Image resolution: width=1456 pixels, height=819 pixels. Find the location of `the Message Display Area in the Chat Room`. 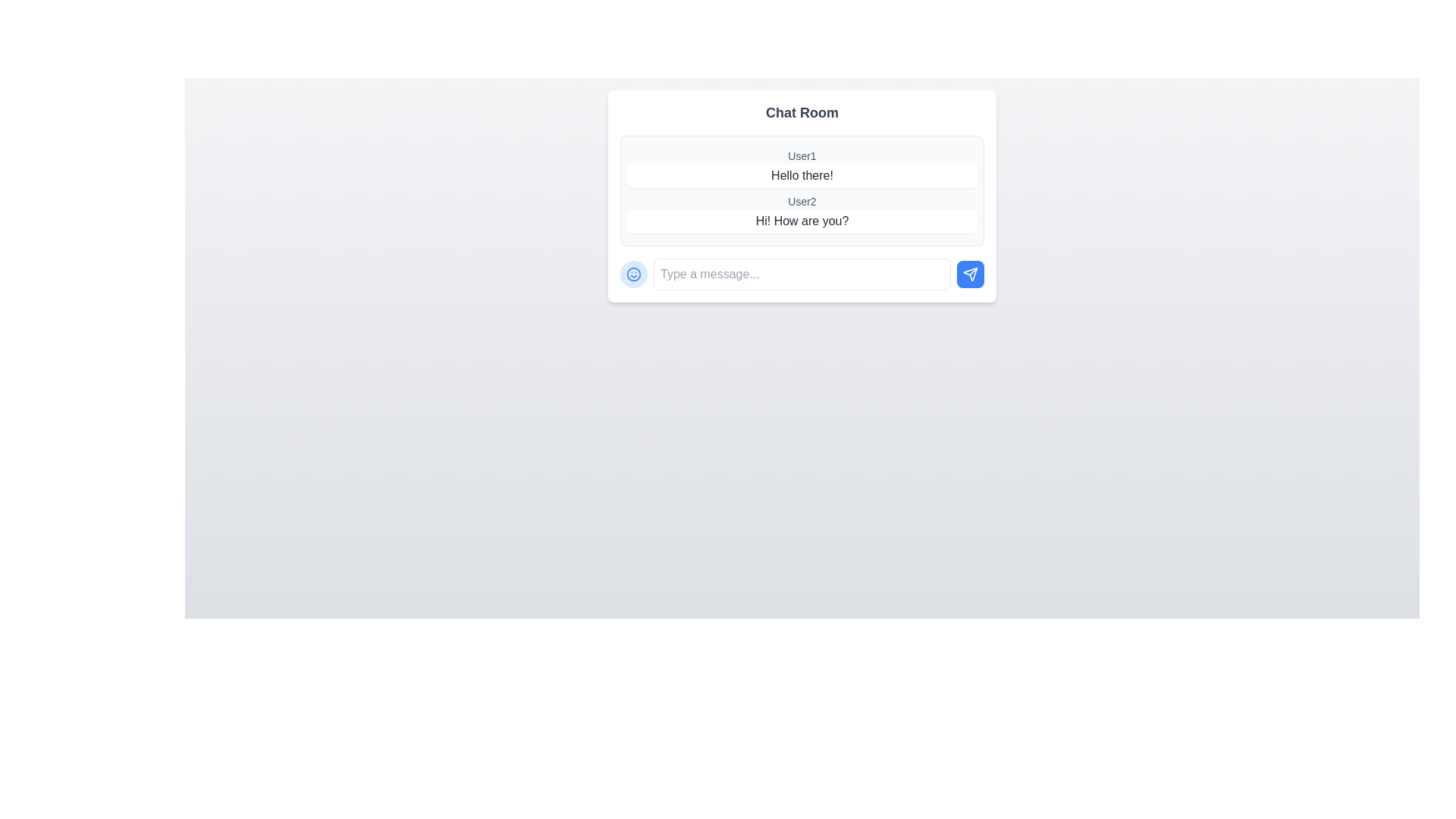

the Message Display Area in the Chat Room is located at coordinates (801, 190).